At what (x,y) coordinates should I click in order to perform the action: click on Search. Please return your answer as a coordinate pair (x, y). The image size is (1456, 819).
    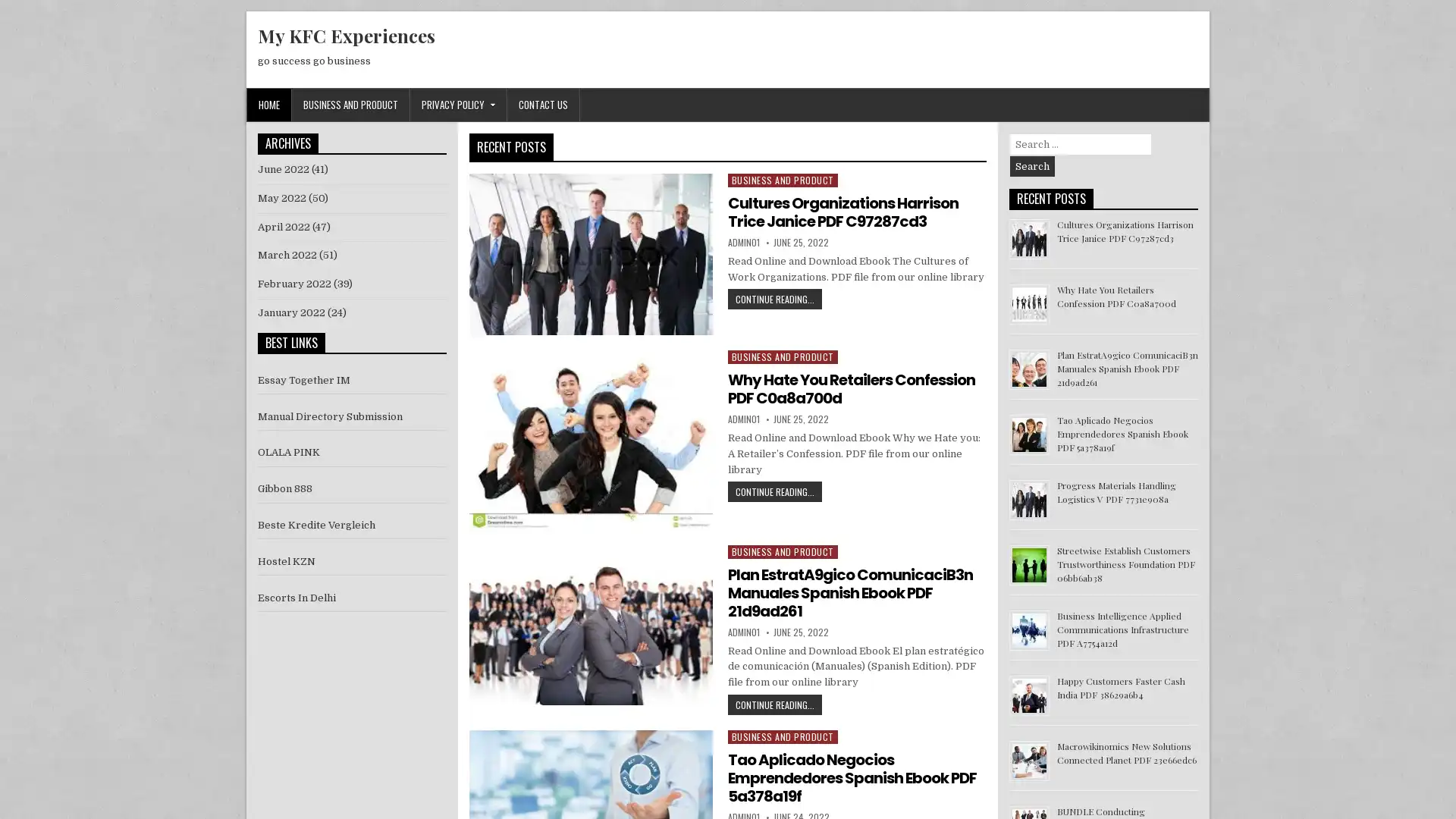
    Looking at the image, I should click on (1031, 166).